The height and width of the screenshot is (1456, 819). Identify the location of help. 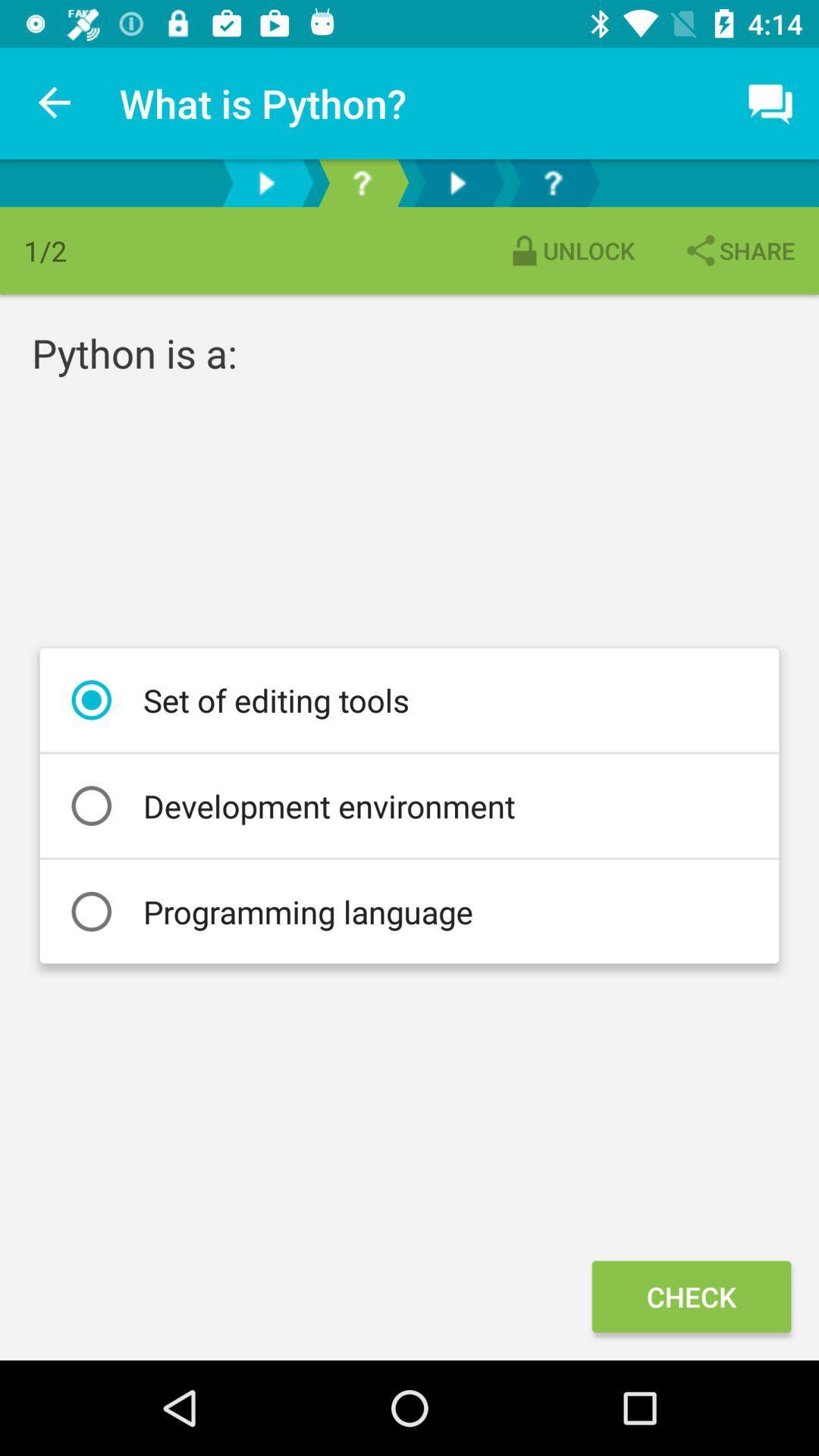
(362, 182).